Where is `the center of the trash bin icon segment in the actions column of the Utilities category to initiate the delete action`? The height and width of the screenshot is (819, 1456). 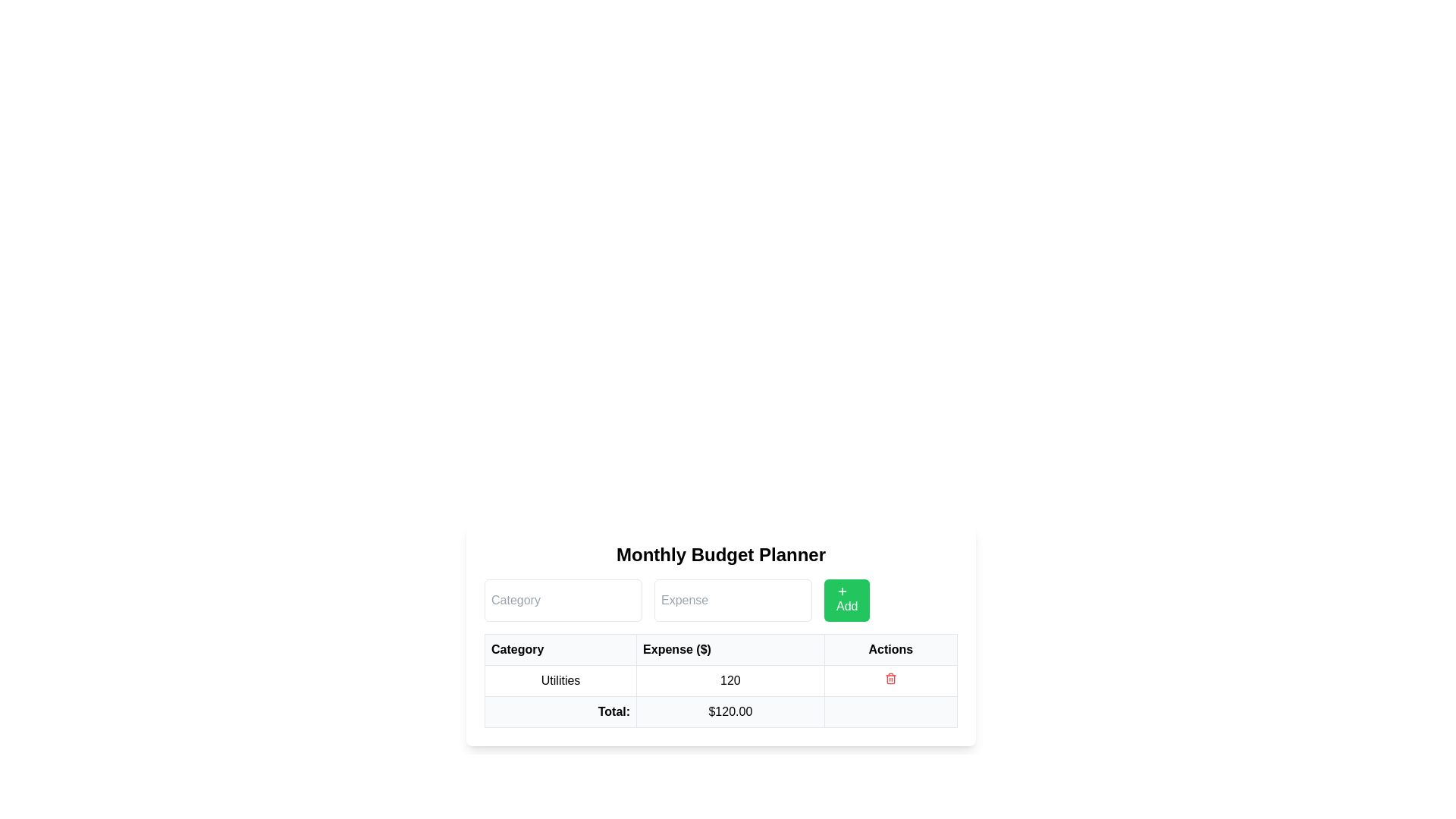 the center of the trash bin icon segment in the actions column of the Utilities category to initiate the delete action is located at coordinates (890, 679).